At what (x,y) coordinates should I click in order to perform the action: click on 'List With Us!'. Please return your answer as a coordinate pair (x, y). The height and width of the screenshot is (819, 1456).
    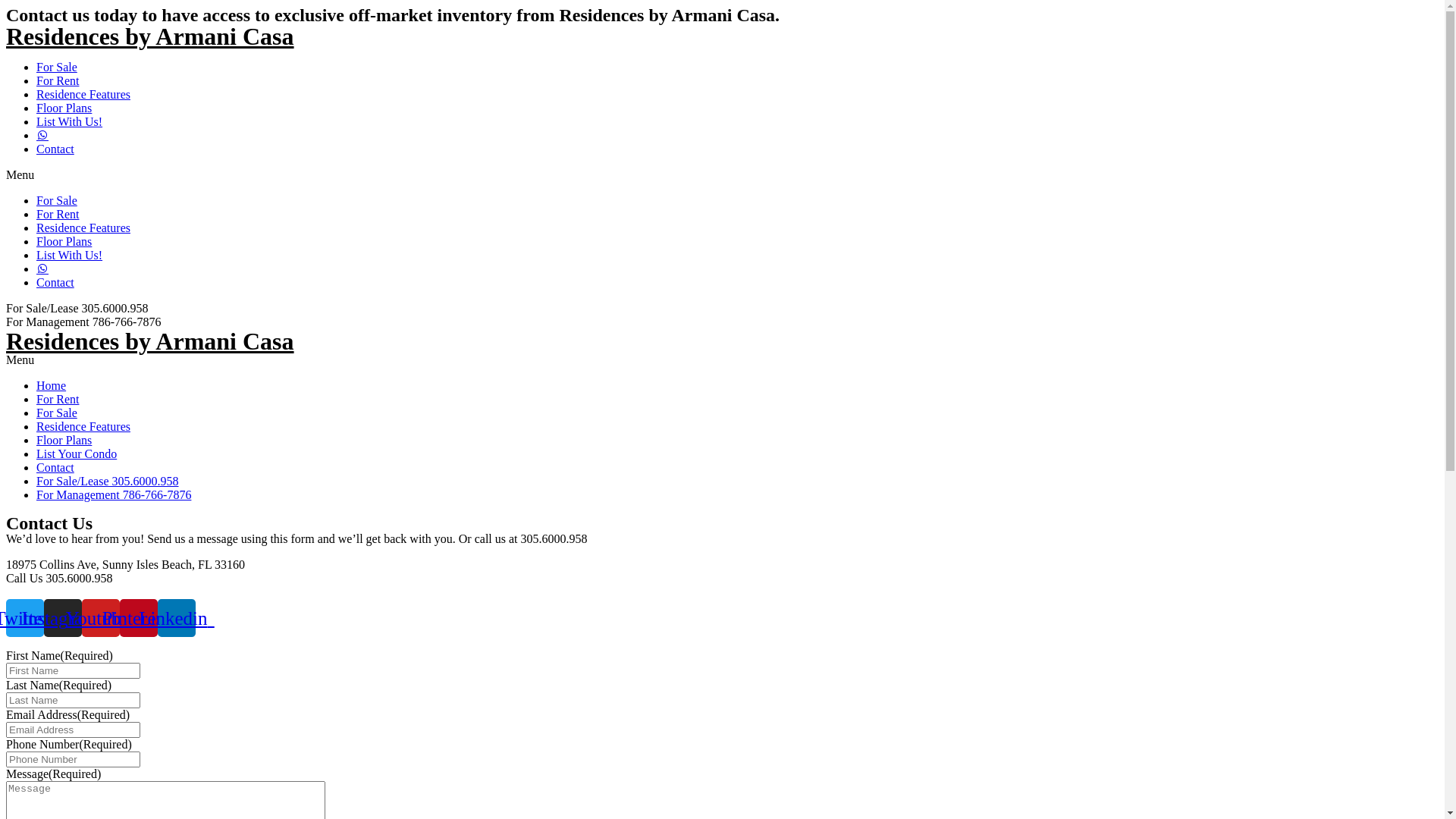
    Looking at the image, I should click on (68, 121).